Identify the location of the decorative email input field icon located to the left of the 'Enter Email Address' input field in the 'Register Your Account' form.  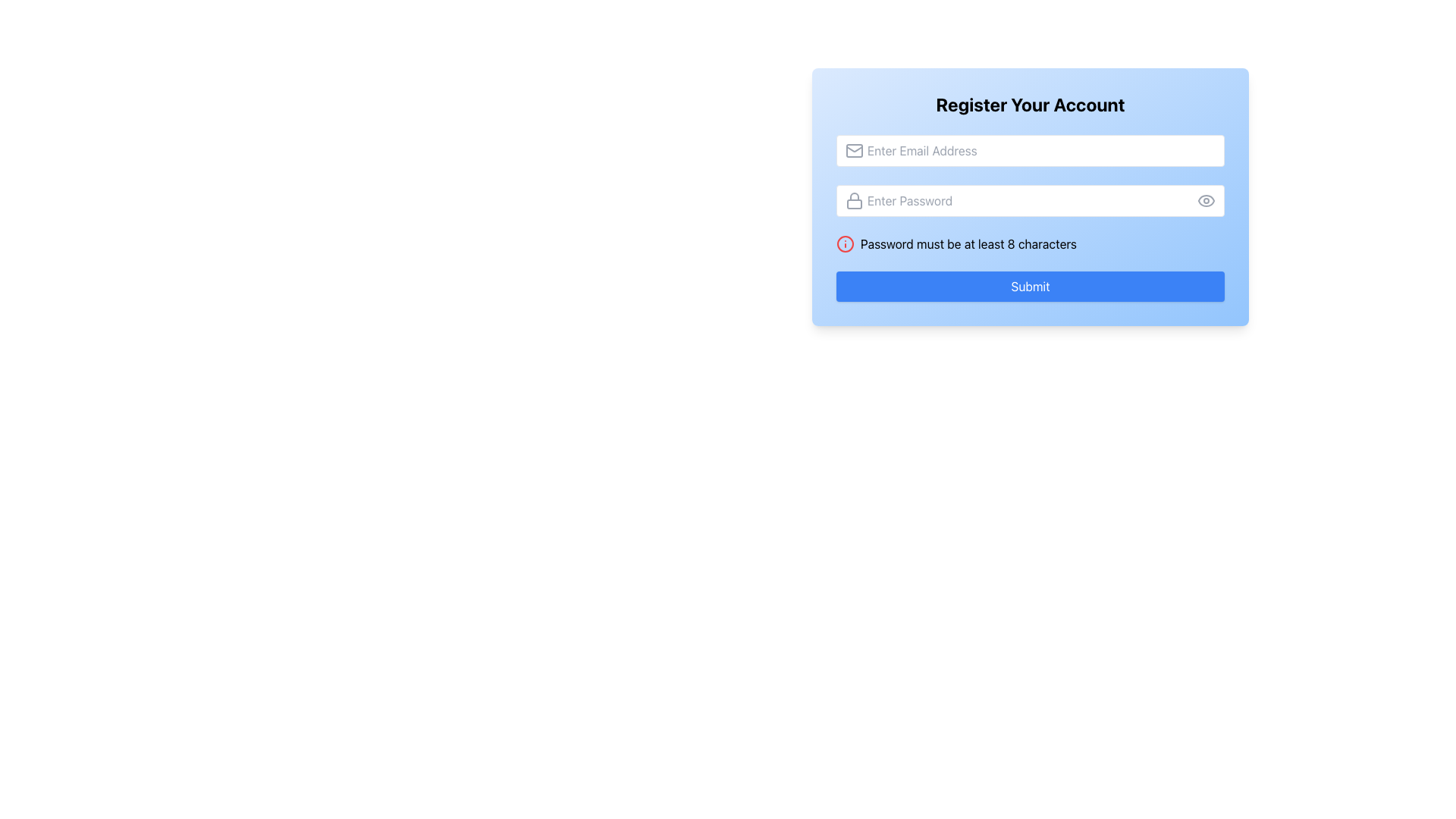
(855, 151).